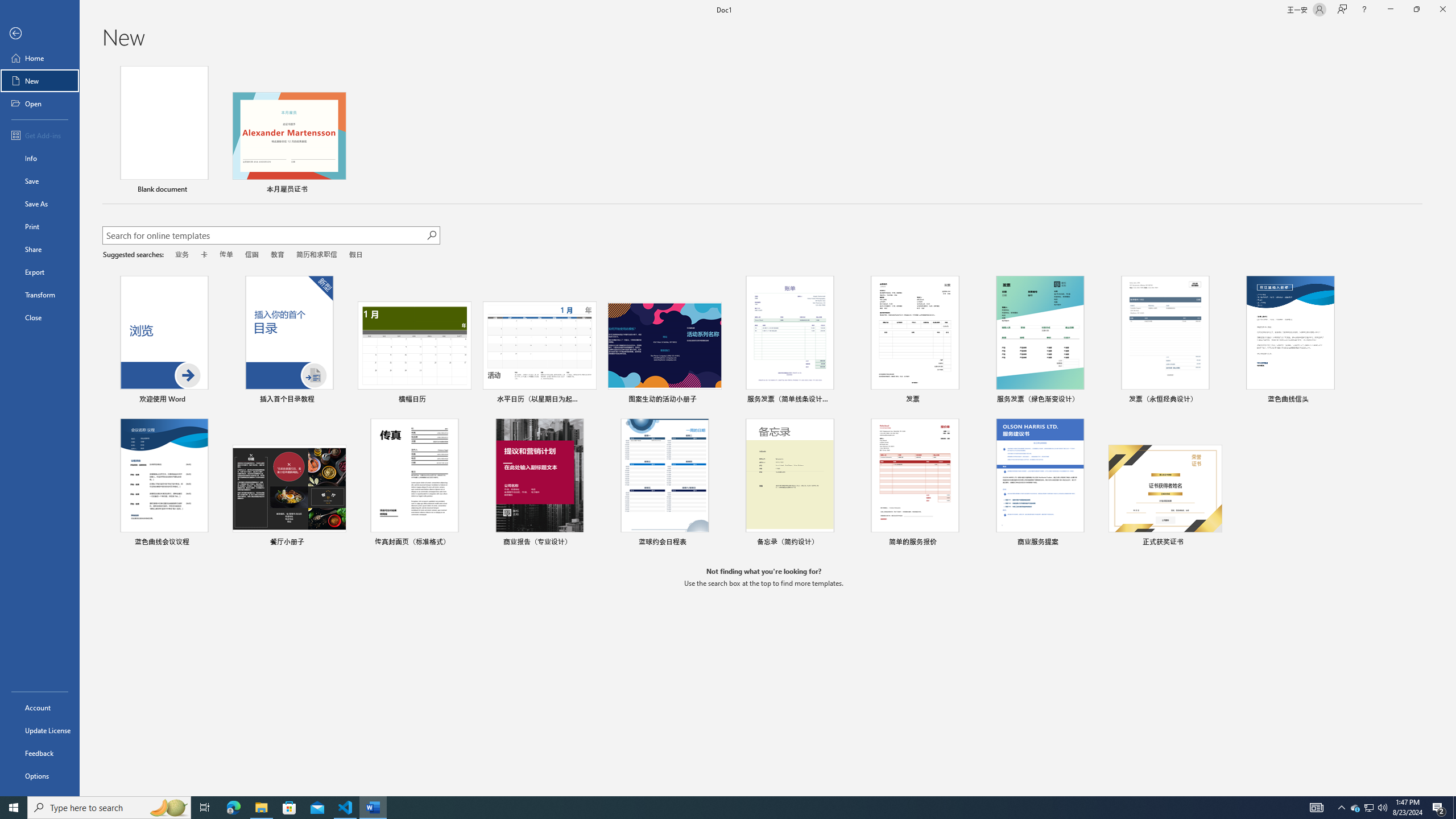 The width and height of the screenshot is (1456, 819). I want to click on 'Info', so click(39, 157).